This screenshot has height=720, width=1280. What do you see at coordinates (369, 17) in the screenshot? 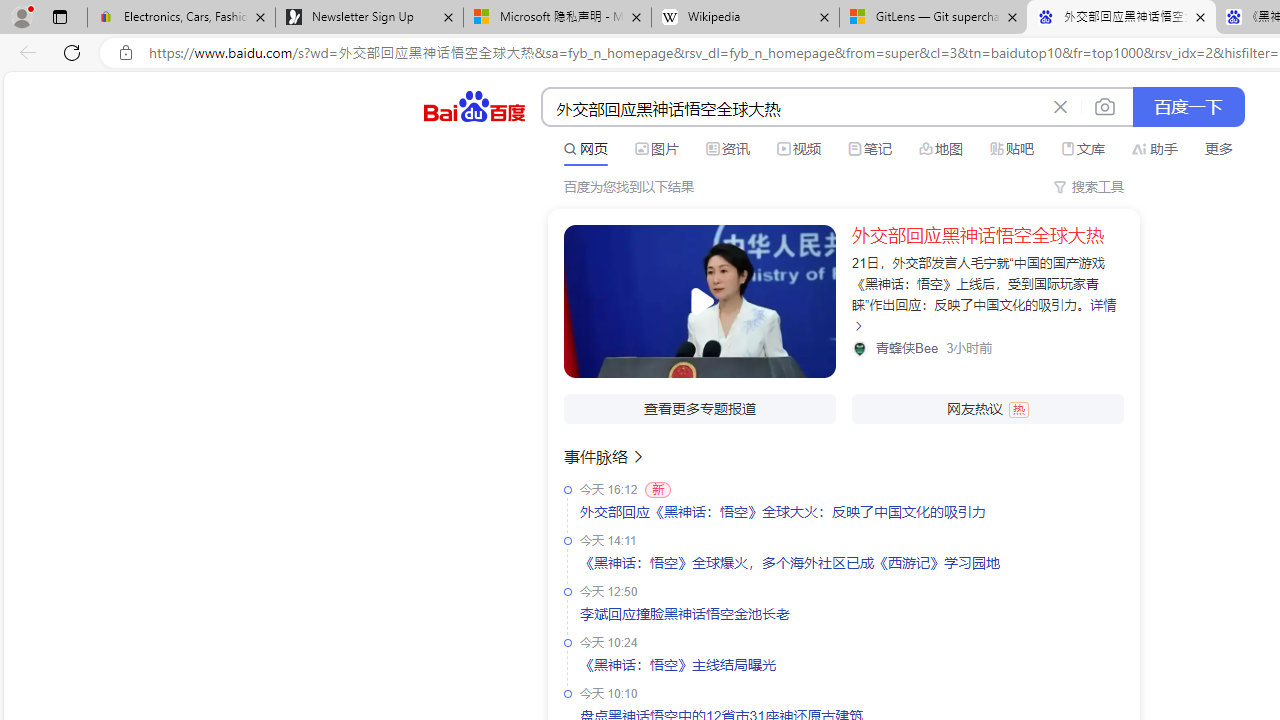
I see `'Newsletter Sign Up'` at bounding box center [369, 17].